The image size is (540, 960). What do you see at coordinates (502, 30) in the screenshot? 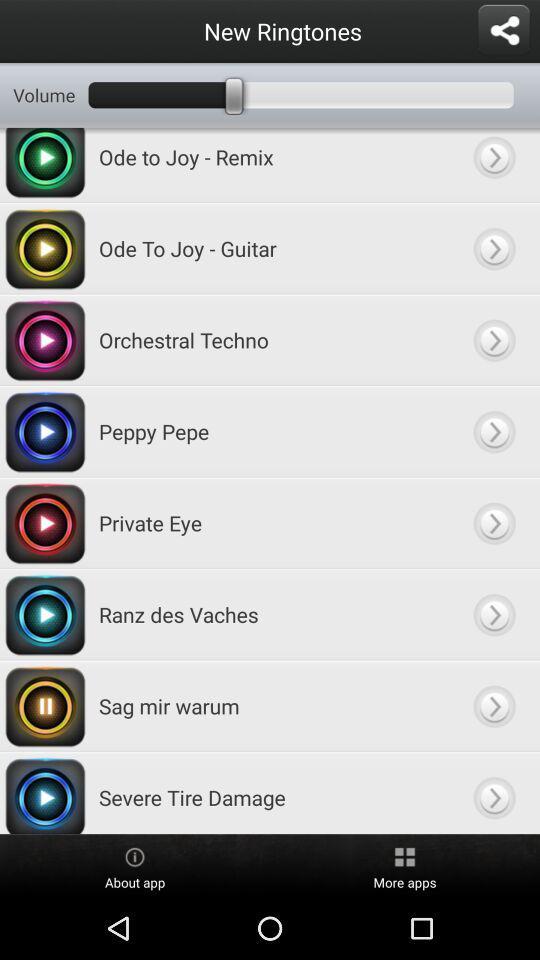
I see `shear` at bounding box center [502, 30].